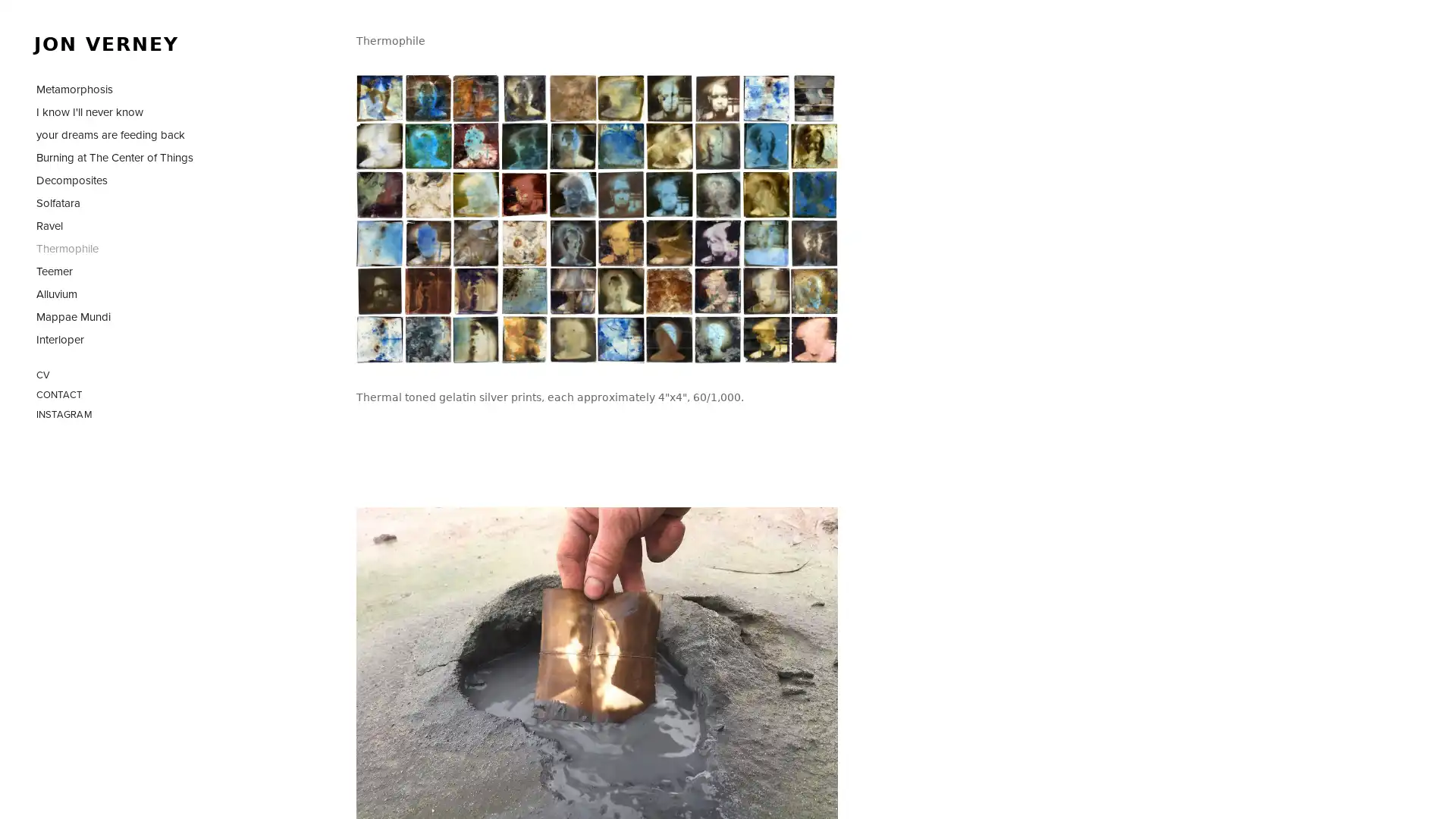  Describe the element at coordinates (668, 291) in the screenshot. I see `View fullsize jon_verney_thermophile_14.jpg` at that location.